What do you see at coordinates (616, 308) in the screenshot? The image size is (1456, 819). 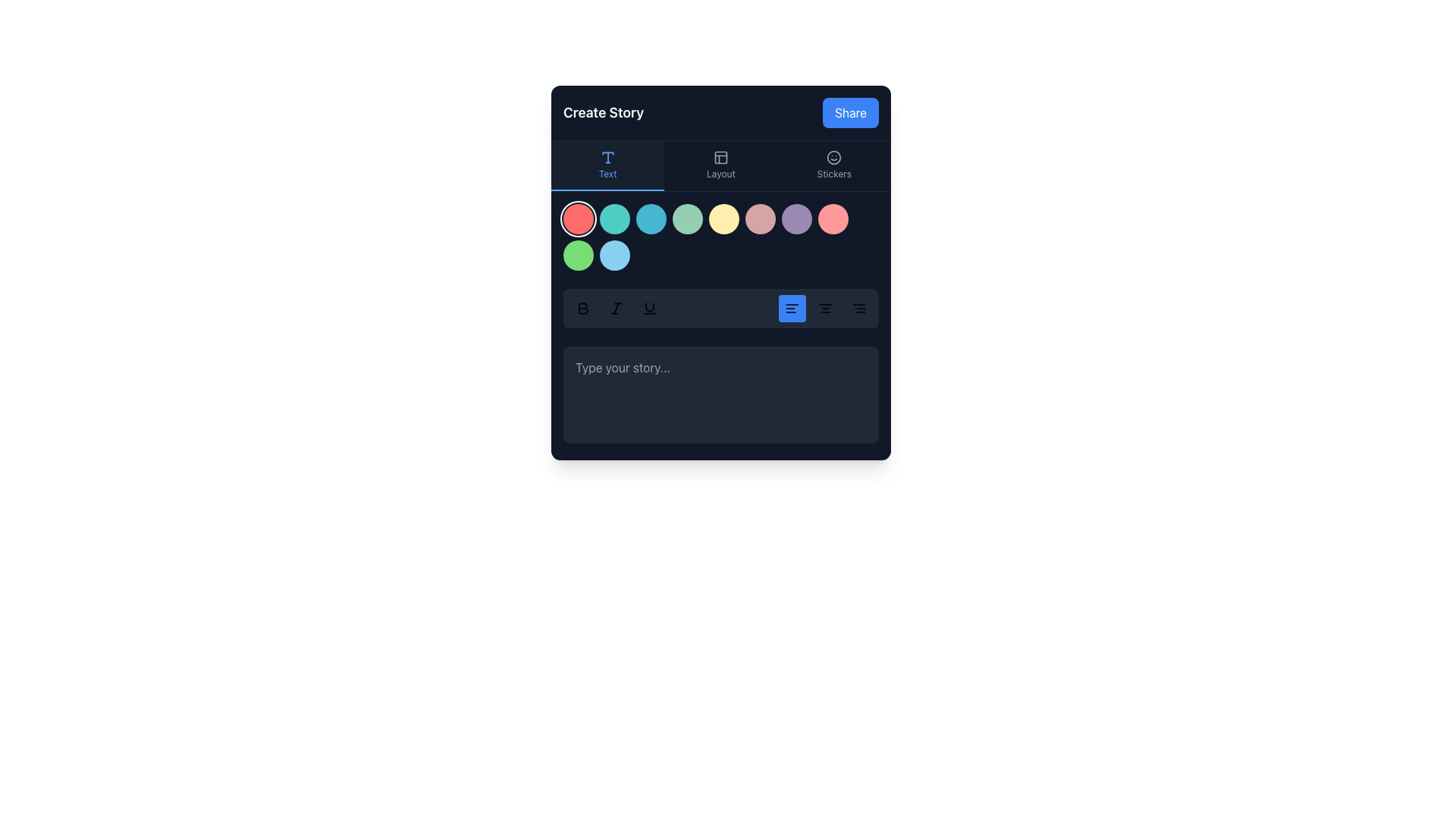 I see `the italicized 'I' button located in the formatting toolbar between the bold 'B' and underline 'U' icons` at bounding box center [616, 308].